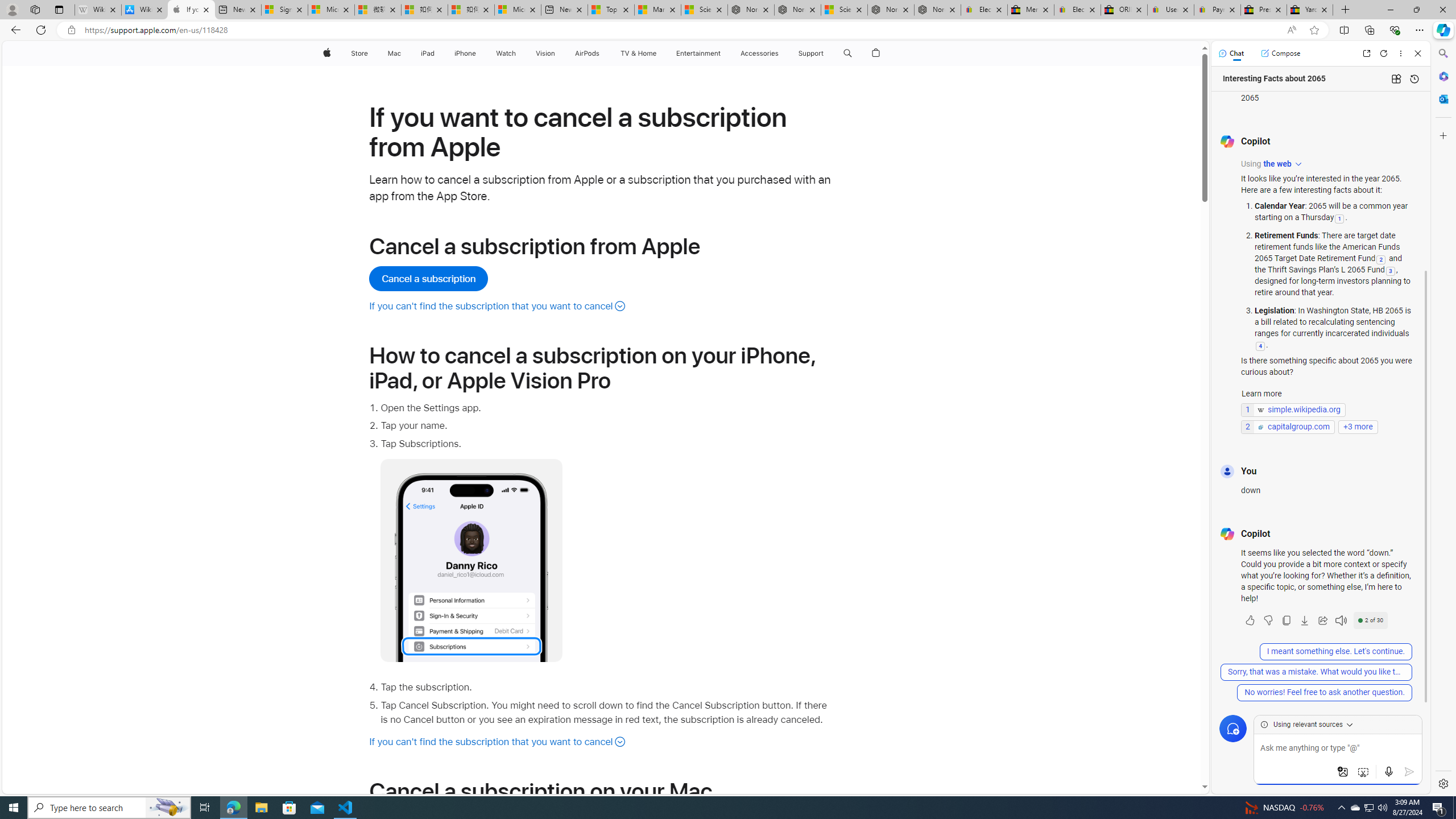  Describe the element at coordinates (586, 53) in the screenshot. I see `'AirPods'` at that location.